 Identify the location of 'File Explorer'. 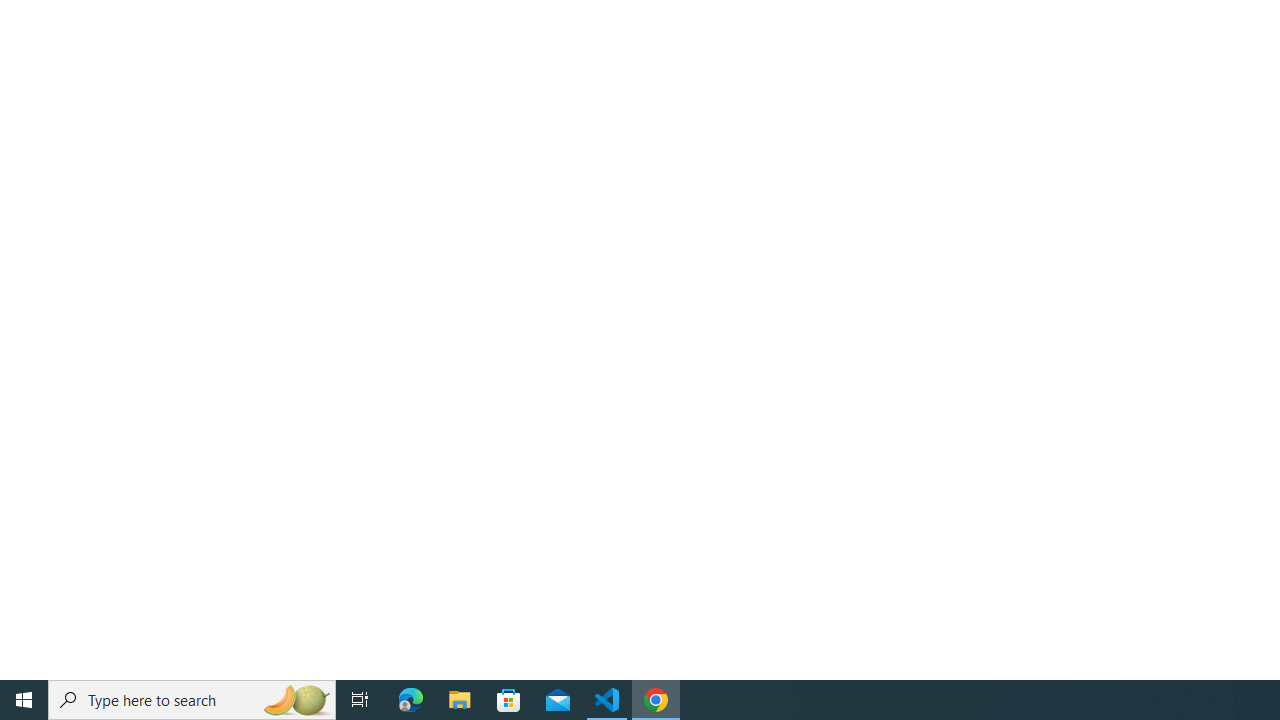
(459, 698).